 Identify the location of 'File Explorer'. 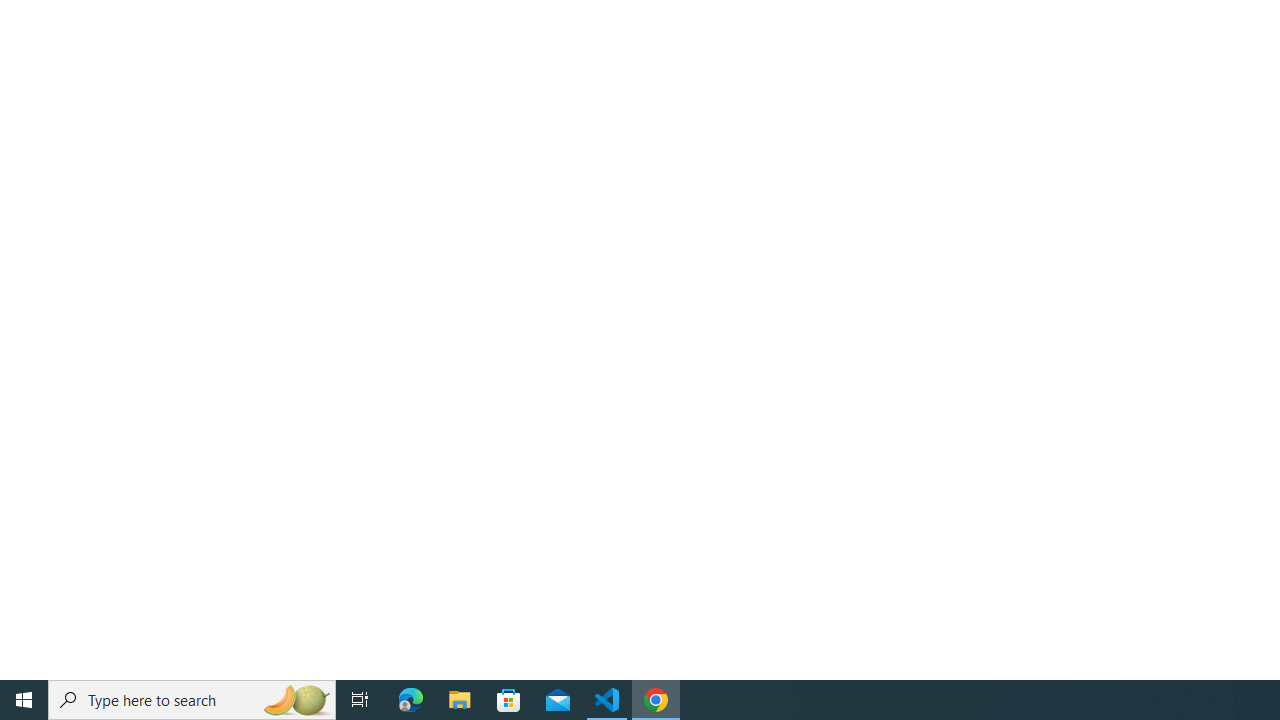
(459, 698).